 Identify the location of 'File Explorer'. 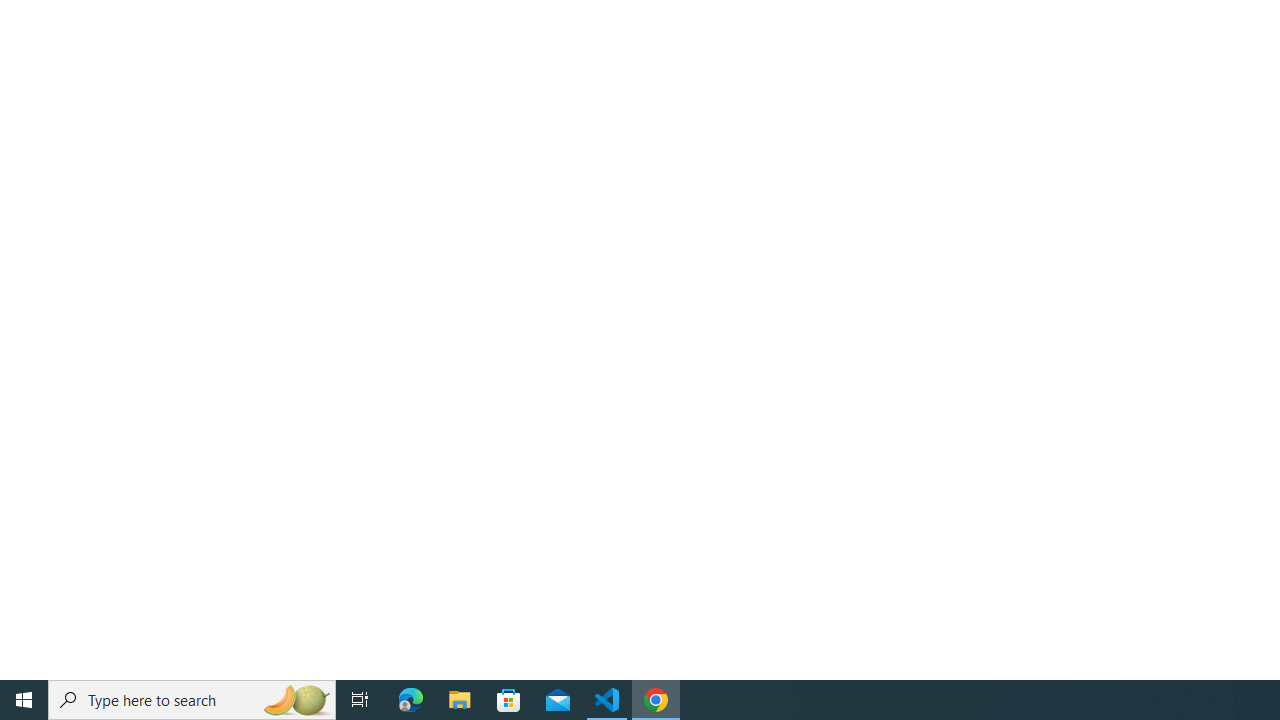
(459, 698).